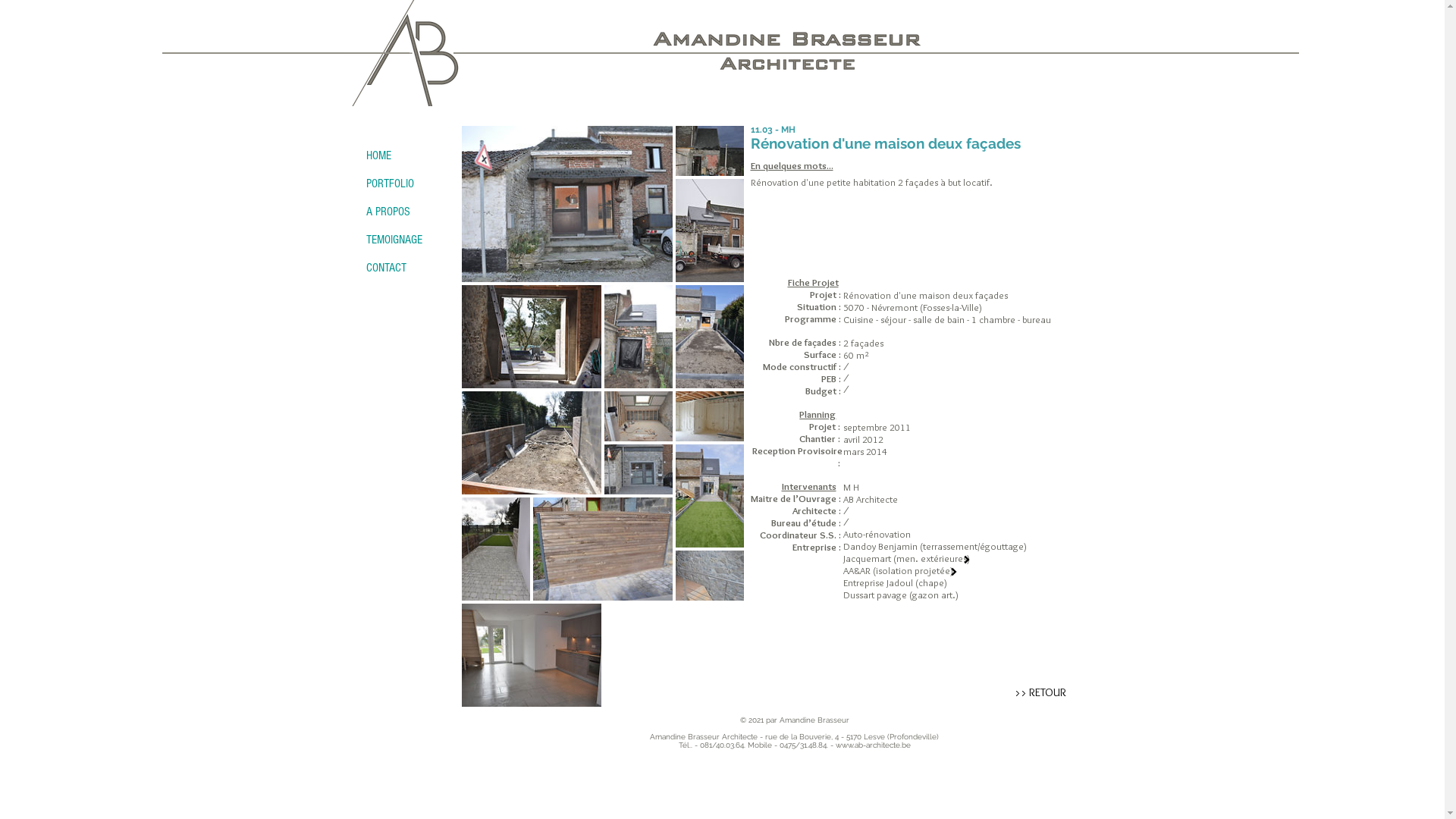  I want to click on '>> RETOUR', so click(1040, 692).